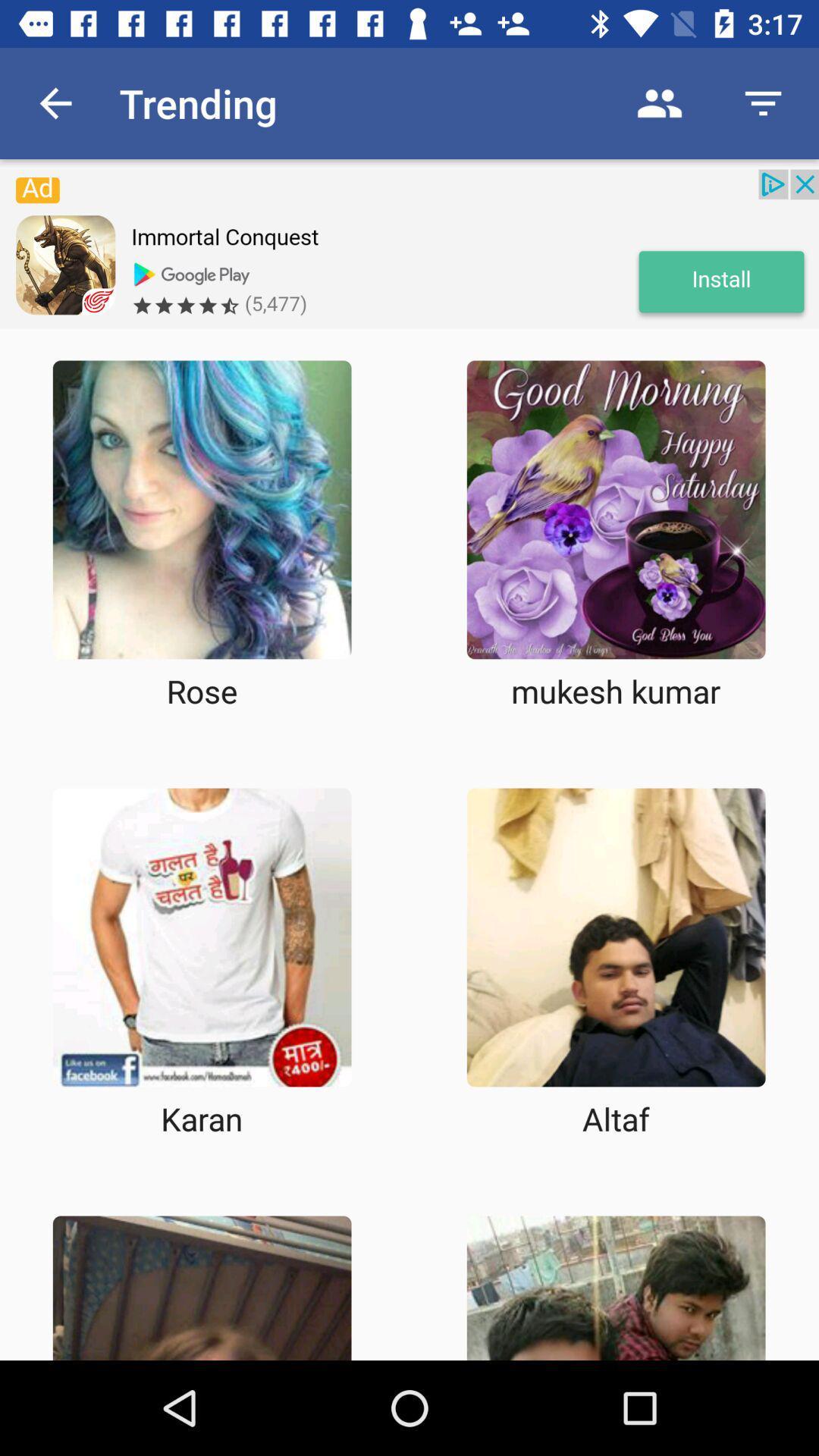  What do you see at coordinates (616, 510) in the screenshot?
I see `image display` at bounding box center [616, 510].